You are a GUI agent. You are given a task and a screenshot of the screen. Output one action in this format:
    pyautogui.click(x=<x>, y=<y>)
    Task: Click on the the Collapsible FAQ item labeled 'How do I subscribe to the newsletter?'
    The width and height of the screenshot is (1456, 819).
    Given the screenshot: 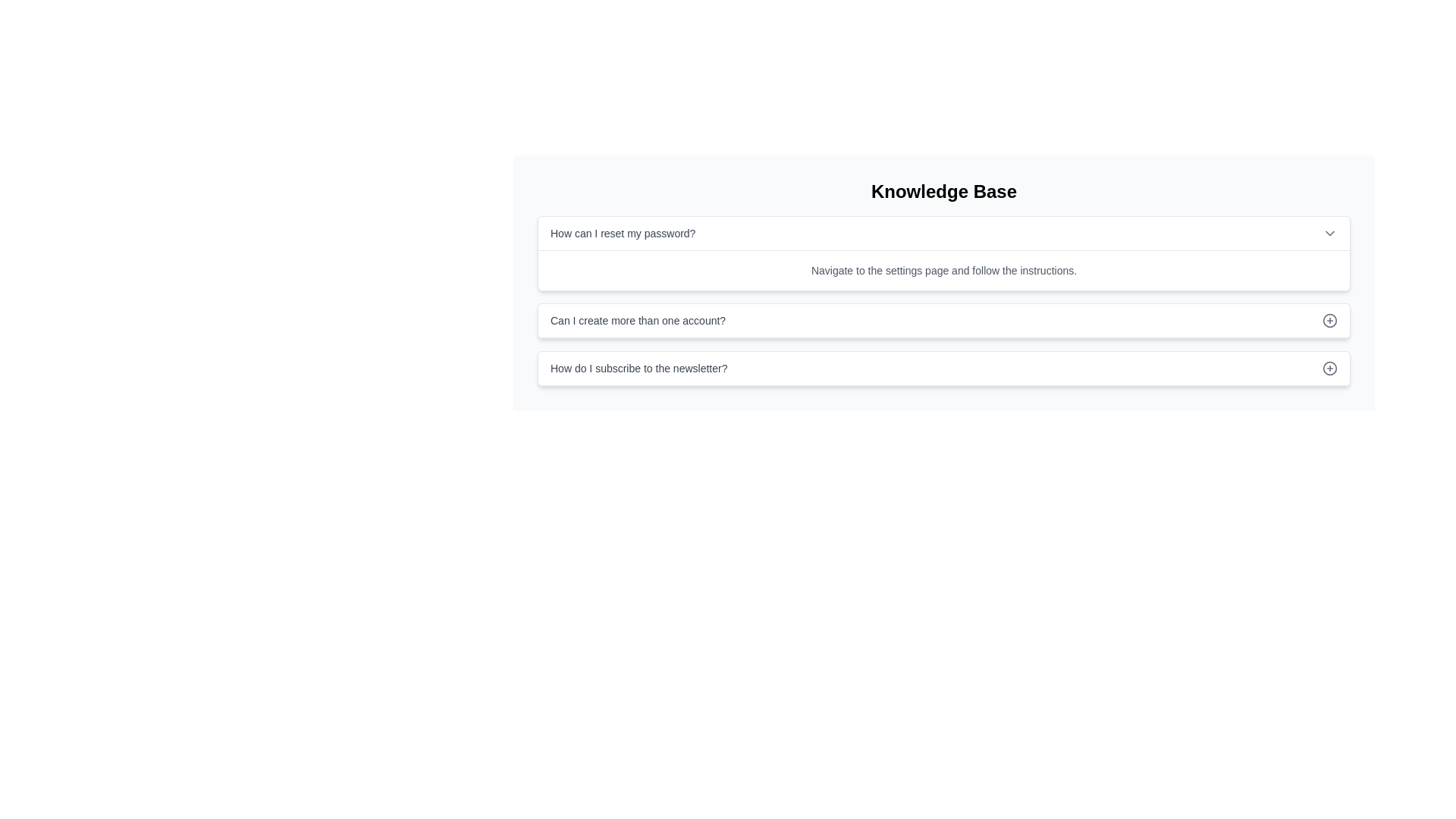 What is the action you would take?
    pyautogui.click(x=943, y=369)
    